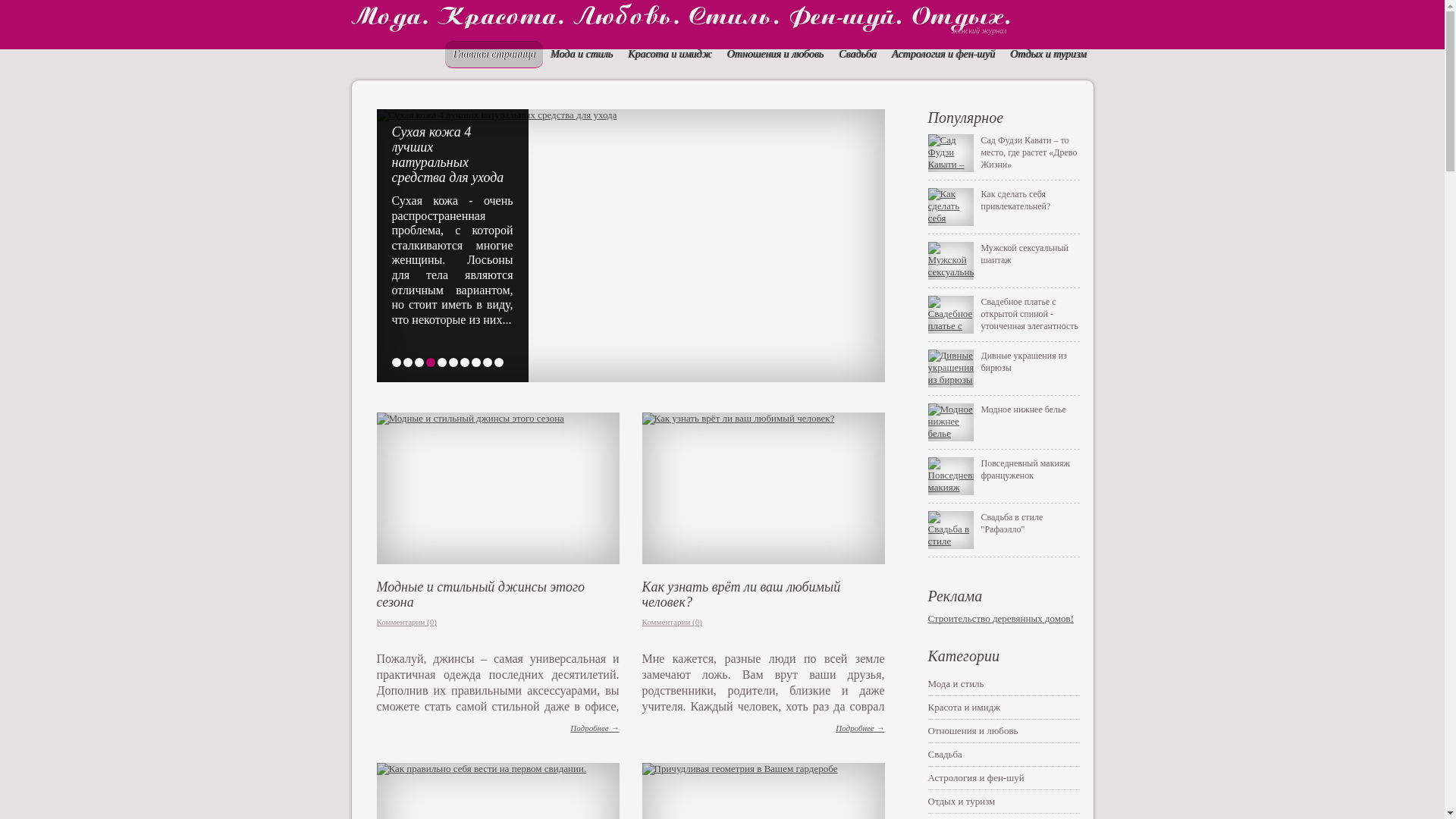 Image resolution: width=1456 pixels, height=819 pixels. Describe the element at coordinates (453, 362) in the screenshot. I see `'6'` at that location.